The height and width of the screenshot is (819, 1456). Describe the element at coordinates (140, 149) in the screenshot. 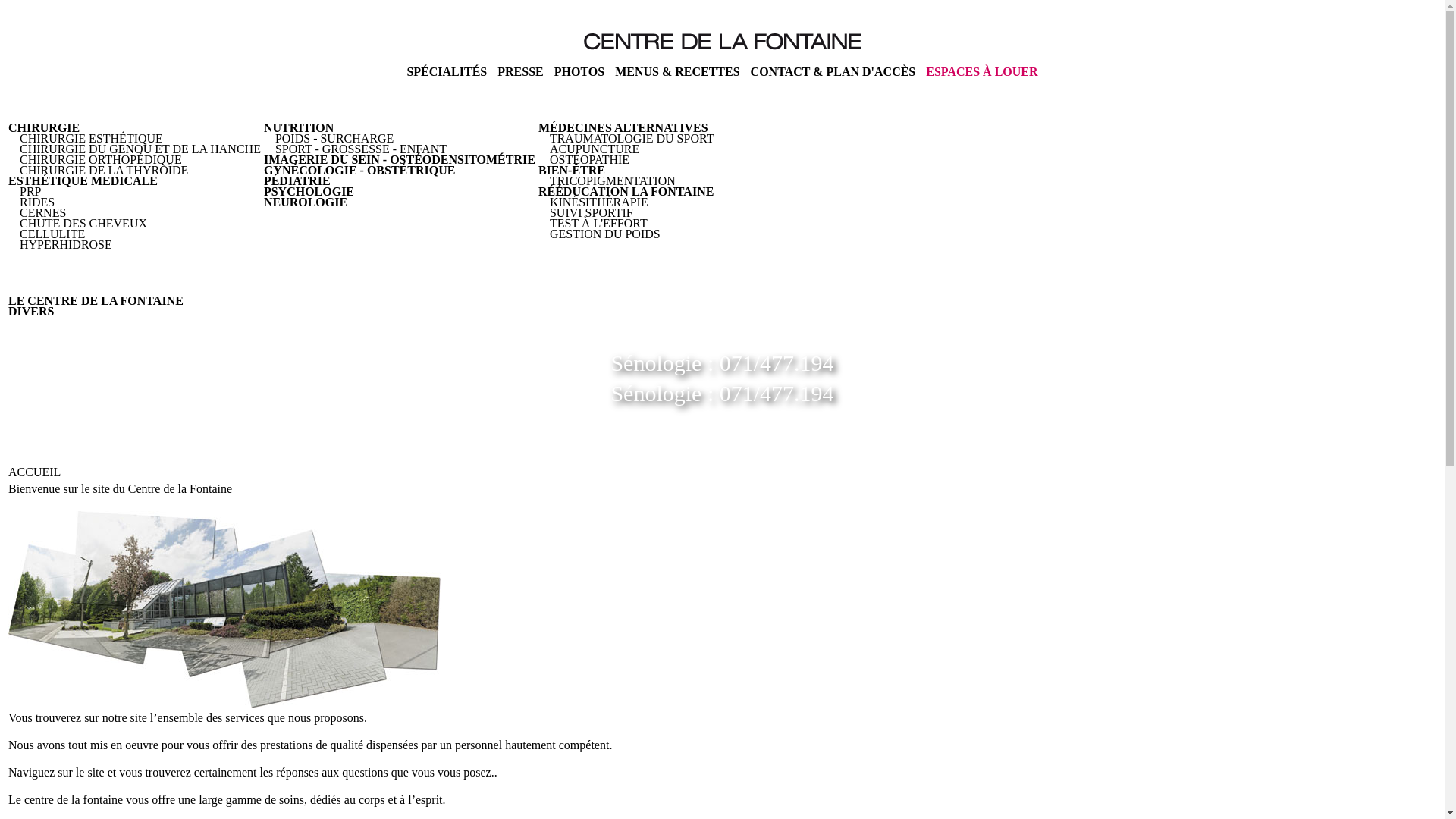

I see `'CHIRURGIE DU GENOU ET DE LA HANCHE'` at that location.